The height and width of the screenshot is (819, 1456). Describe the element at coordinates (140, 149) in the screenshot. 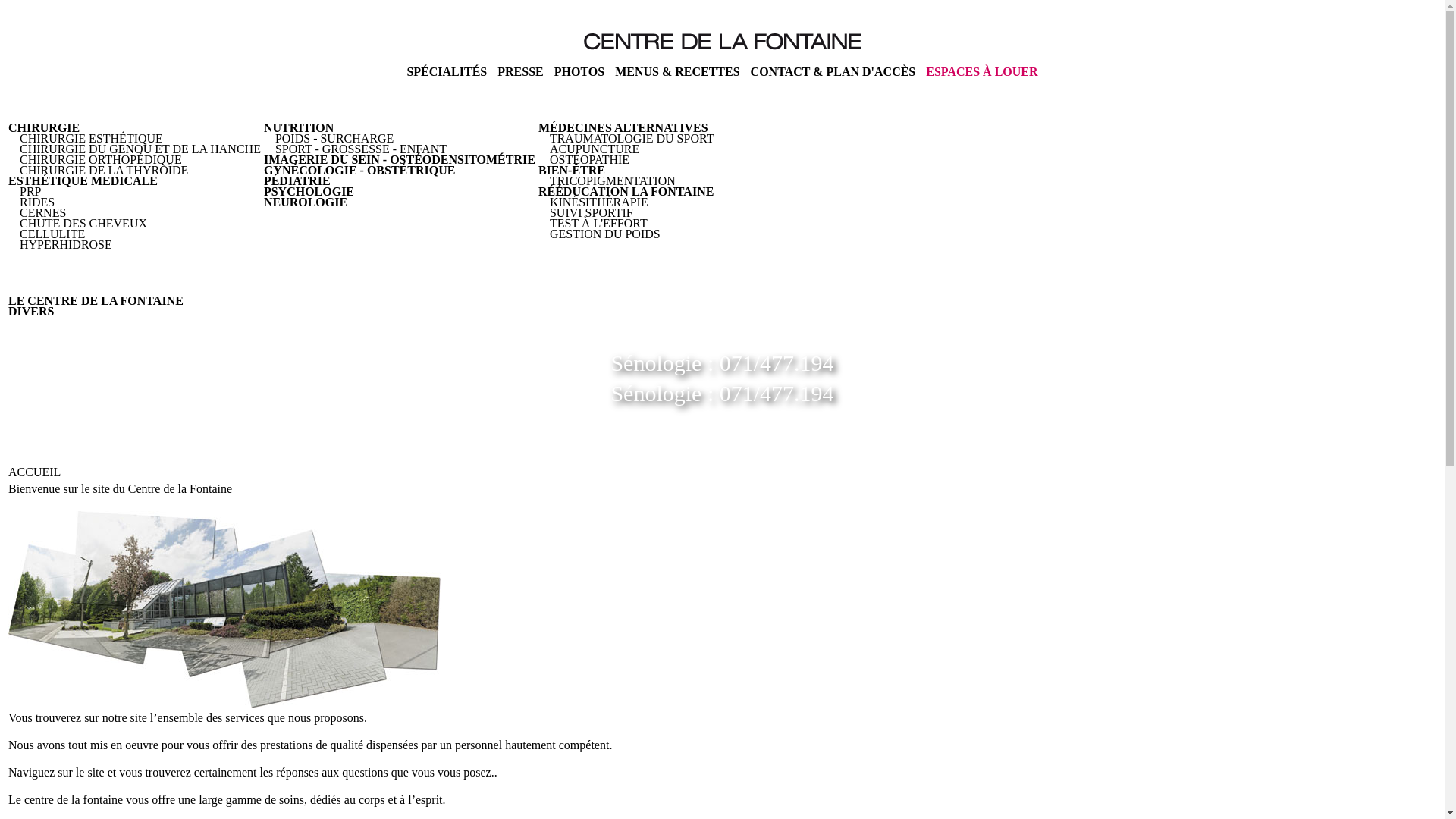

I see `'CHIRURGIE DU GENOU ET DE LA HANCHE'` at that location.